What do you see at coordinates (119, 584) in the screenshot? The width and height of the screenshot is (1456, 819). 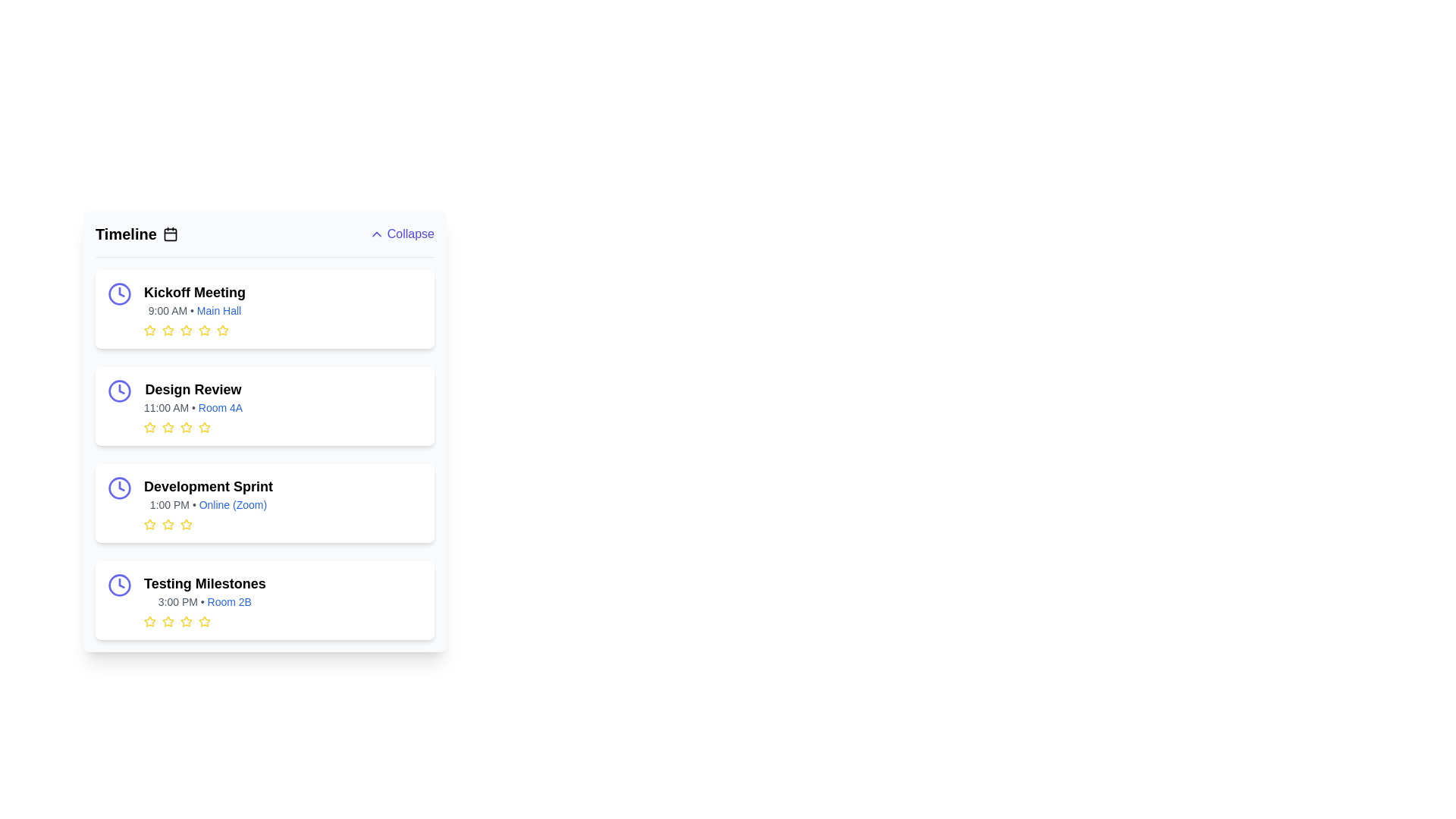 I see `the SVG circle representing the clock face within the timeline entry icon, located adjacent to the 'Testing Milestones' card, which is the fourth item in the vertical list of timeline entries` at bounding box center [119, 584].